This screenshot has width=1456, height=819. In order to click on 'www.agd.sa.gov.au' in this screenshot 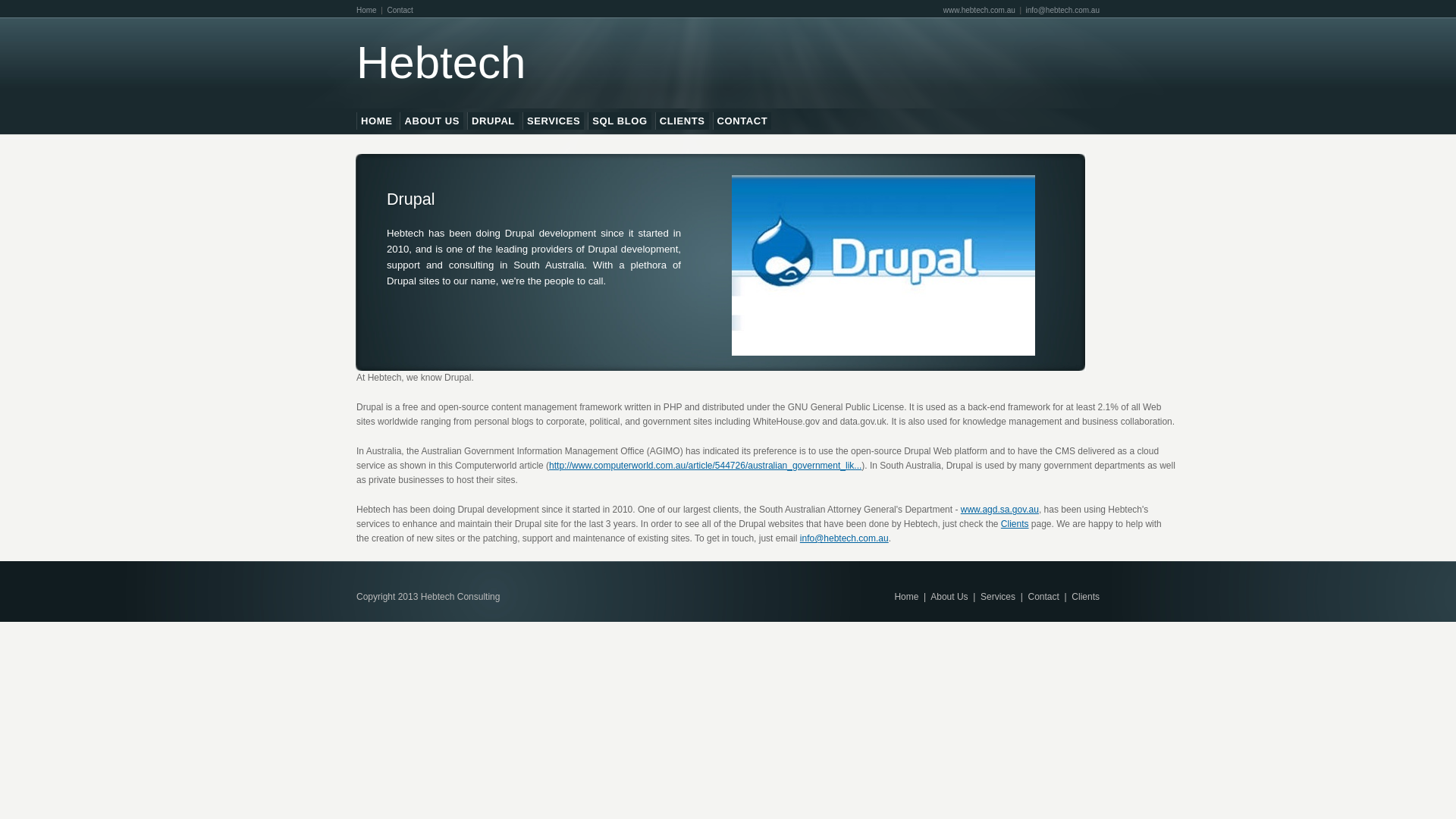, I will do `click(999, 509)`.